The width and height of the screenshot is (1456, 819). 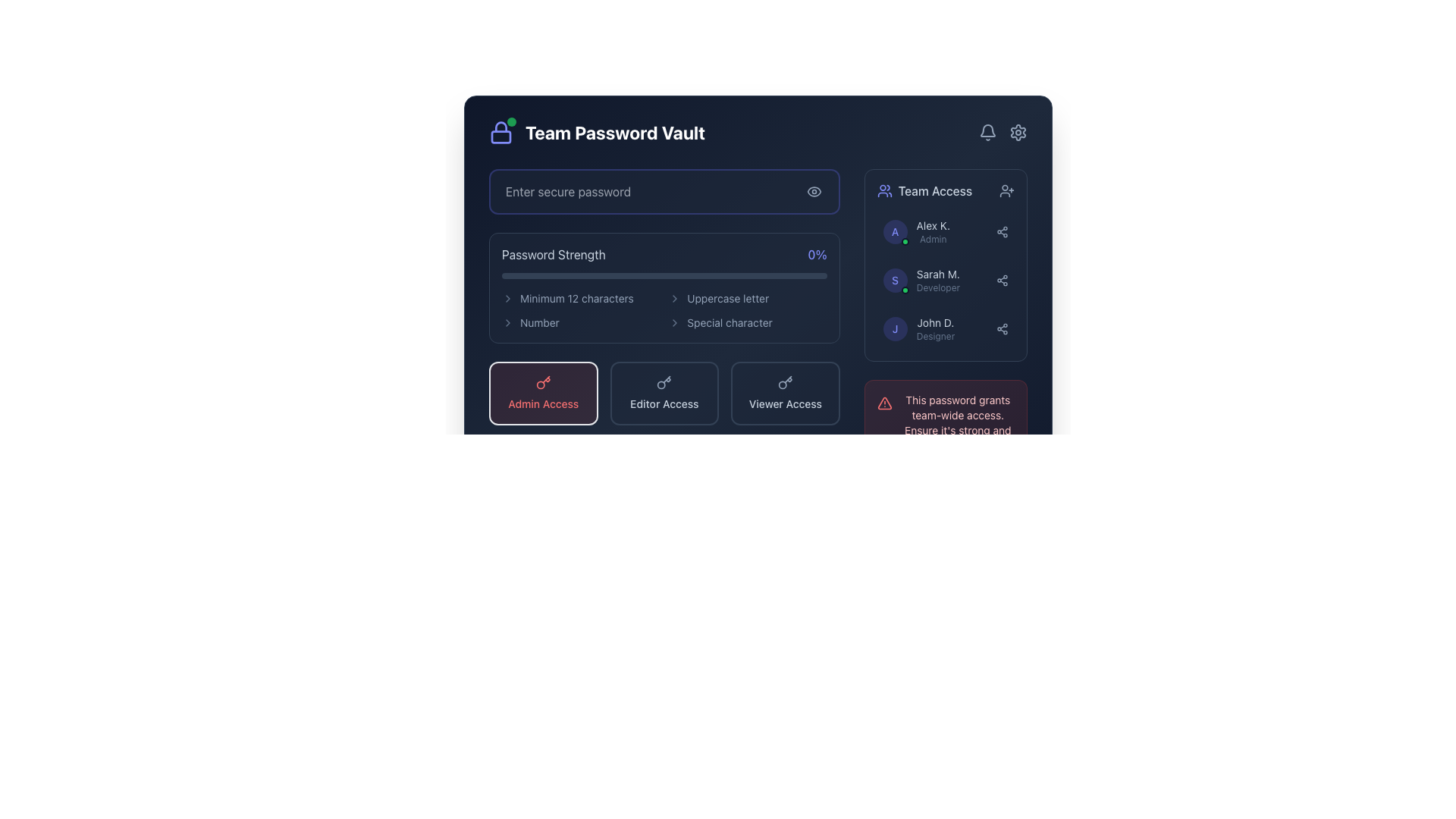 What do you see at coordinates (817, 253) in the screenshot?
I see `the displayed text of the static label indicating the current password strength percentage, which shows '0%'` at bounding box center [817, 253].